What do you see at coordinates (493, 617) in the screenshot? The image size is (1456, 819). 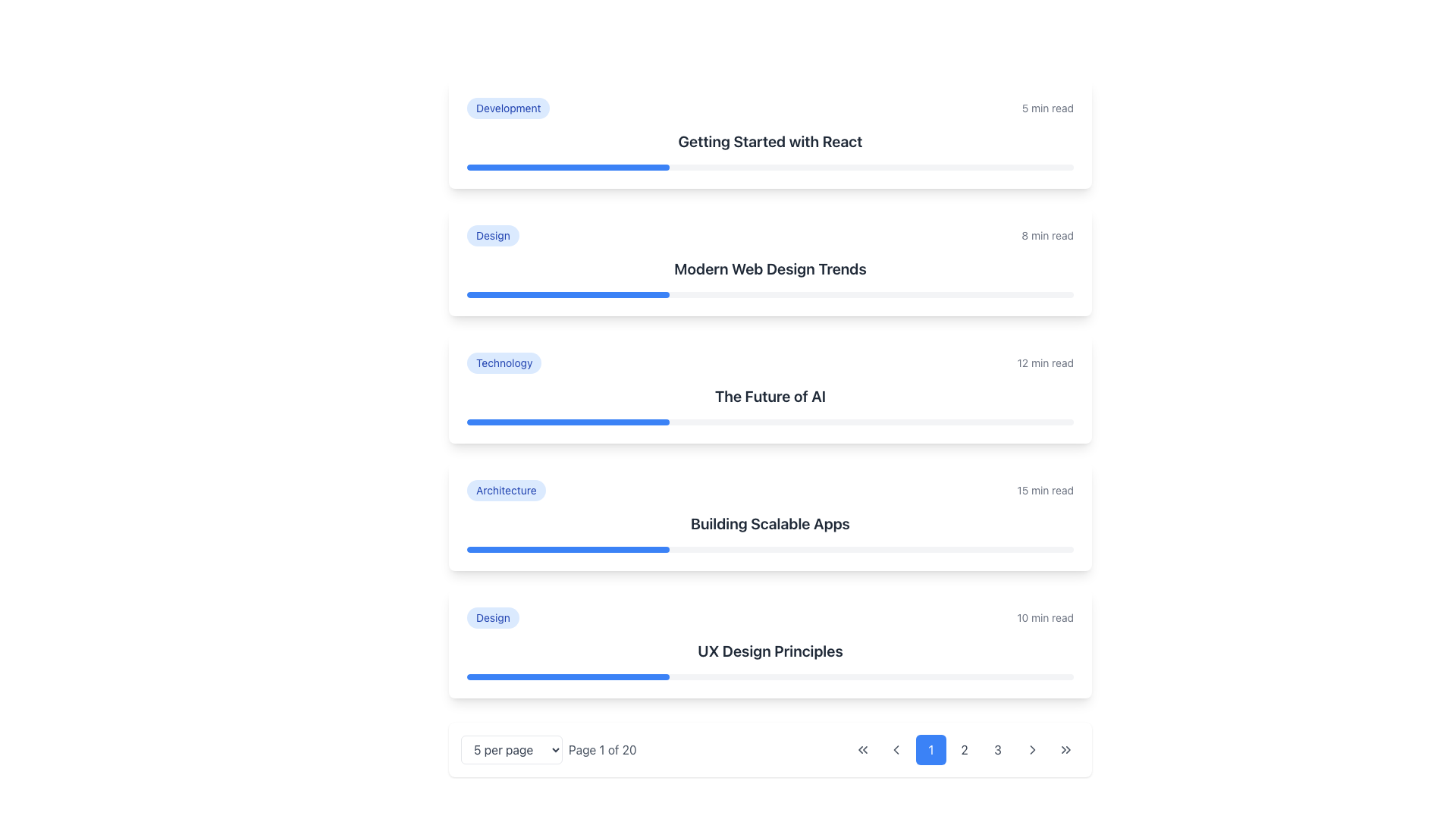 I see `the category label located in the fifth row, positioned to the left of the text 'UX Design Principles' and aligned with the reading duration '10 min read'` at bounding box center [493, 617].